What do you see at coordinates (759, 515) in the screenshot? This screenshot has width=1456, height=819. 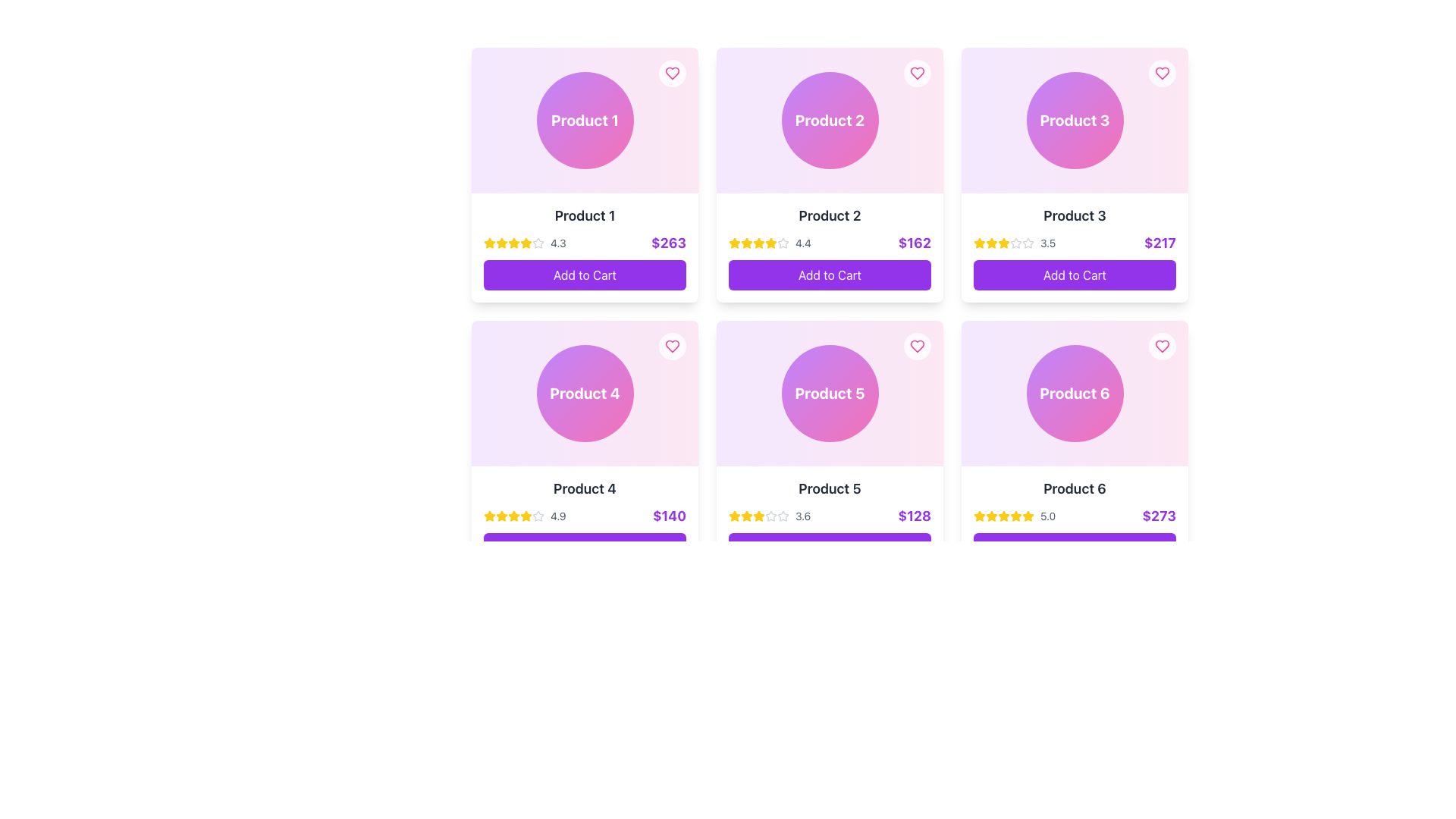 I see `the yellow star-shaped icon in the second row and second column of the grid layout` at bounding box center [759, 515].